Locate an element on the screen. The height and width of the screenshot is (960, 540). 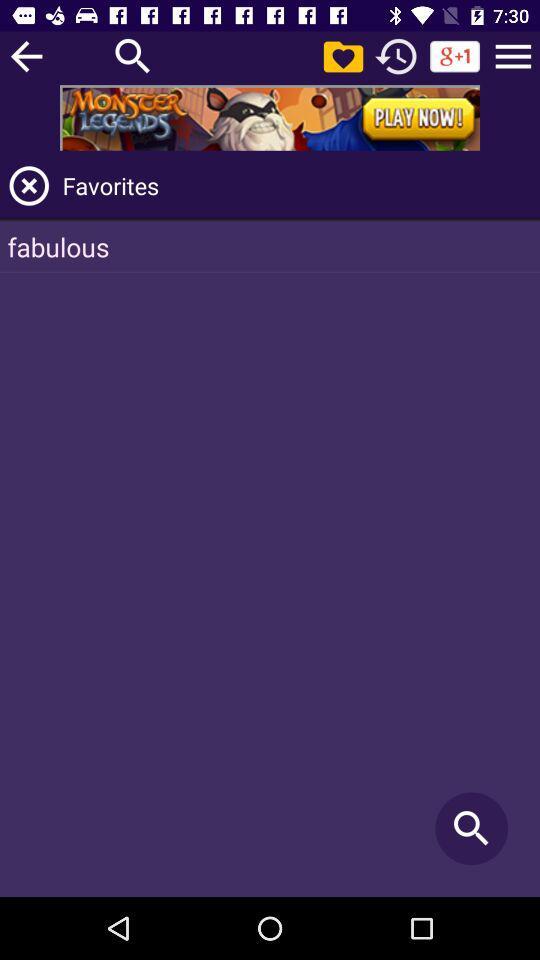
favourites is located at coordinates (28, 185).